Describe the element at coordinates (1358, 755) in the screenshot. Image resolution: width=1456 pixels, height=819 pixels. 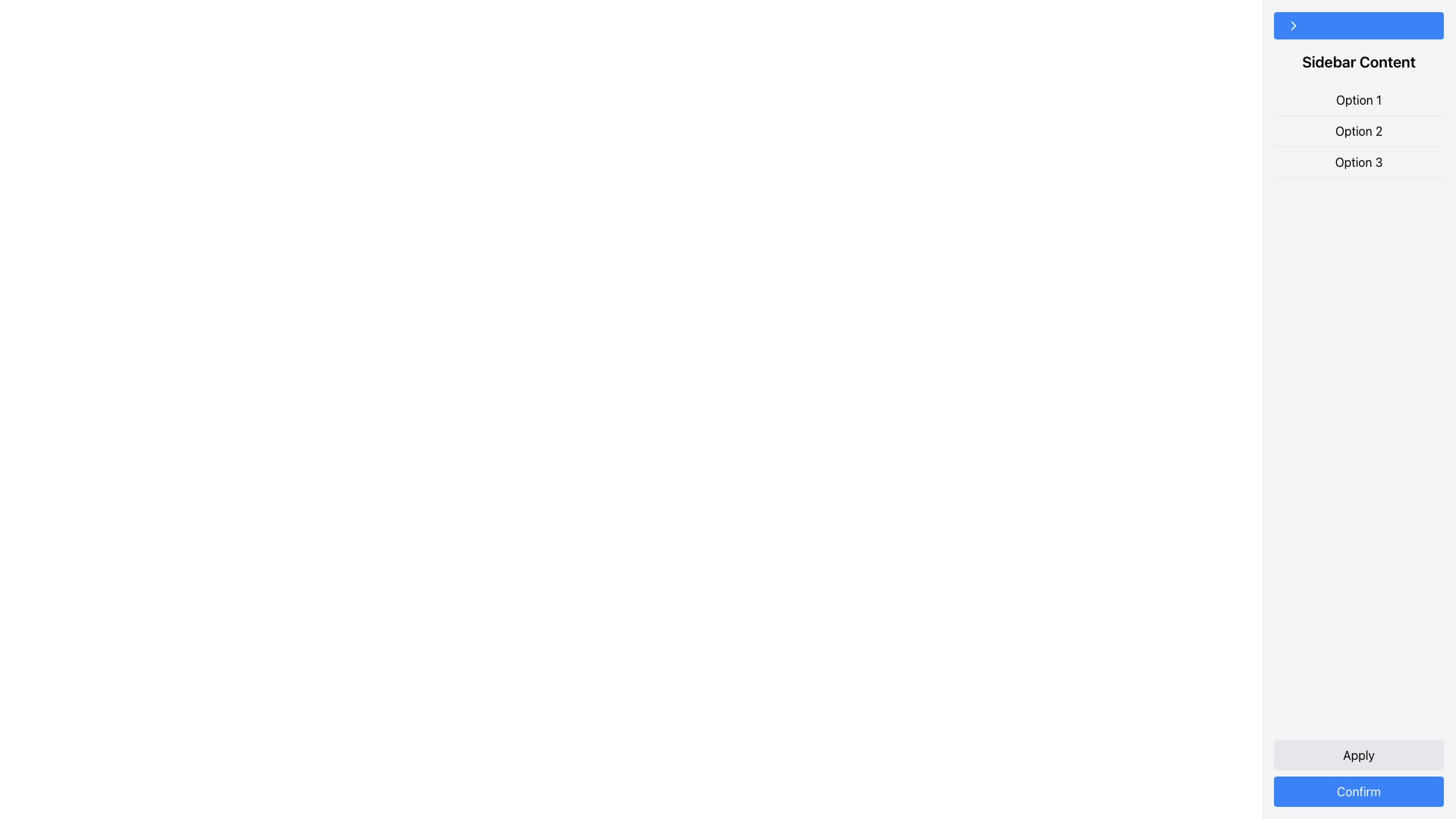
I see `the 'Apply' button located at the bottom right of the interface, just above the 'Confirm' button` at that location.